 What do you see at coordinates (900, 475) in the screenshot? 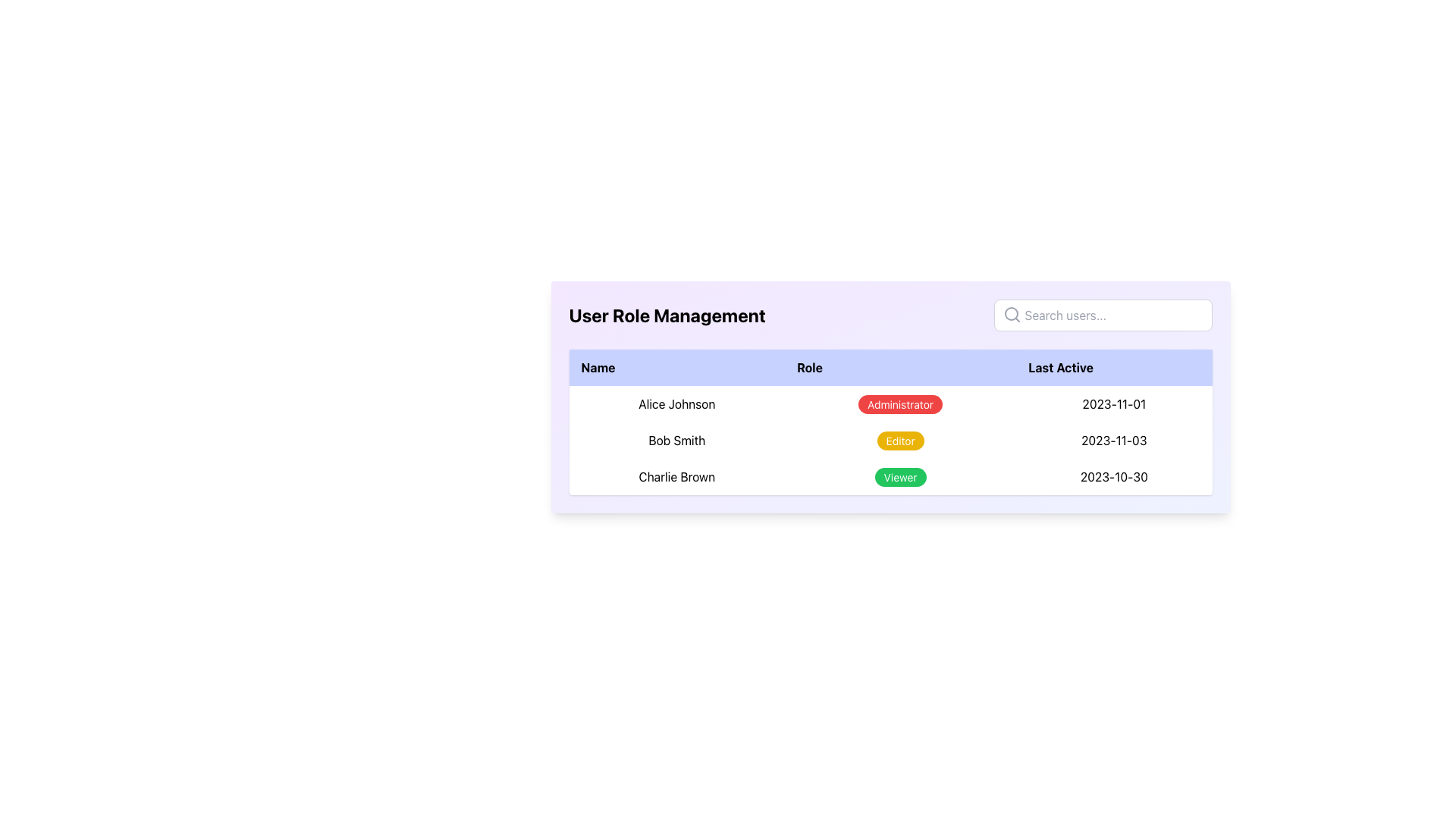
I see `the 'Role' label indicating the status of 'Charlie Brown' in the third row of the table` at bounding box center [900, 475].